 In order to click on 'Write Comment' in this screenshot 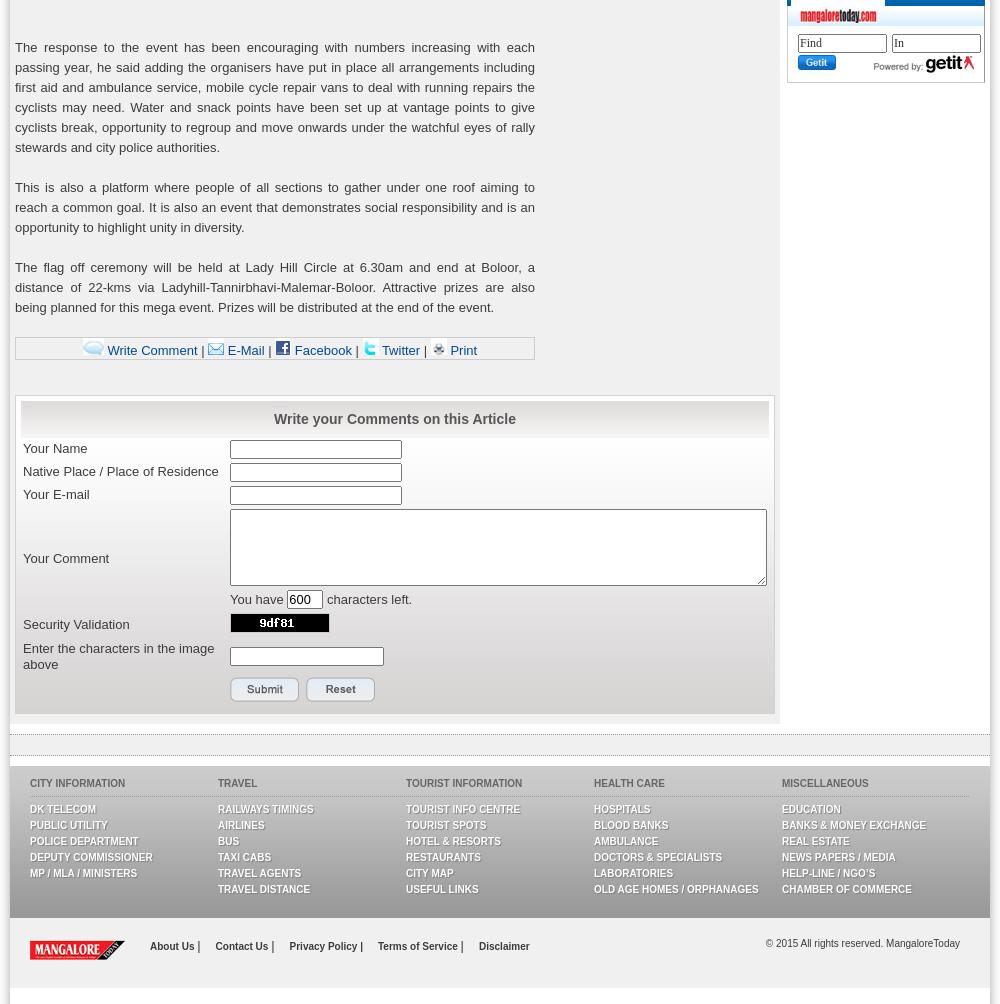, I will do `click(102, 349)`.